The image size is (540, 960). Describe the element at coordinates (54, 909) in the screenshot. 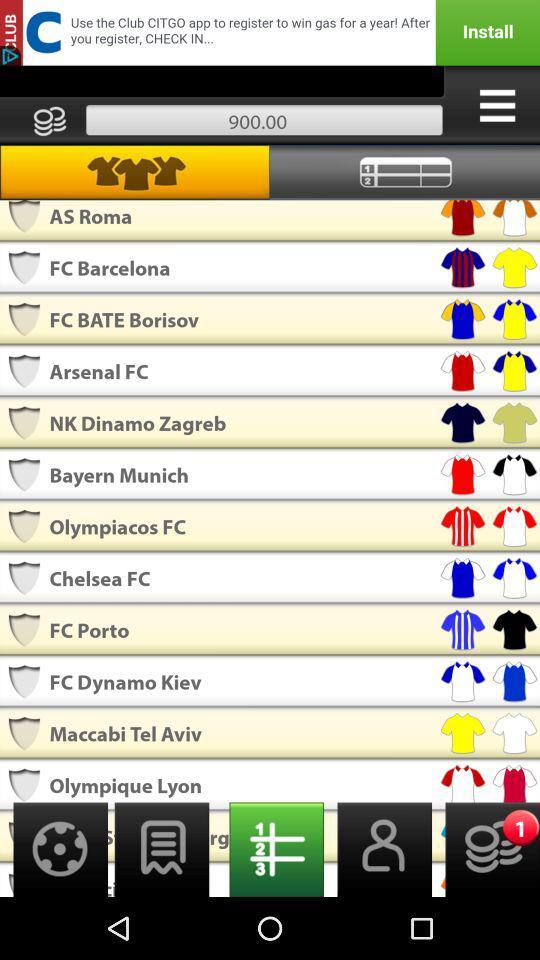

I see `the settings icon` at that location.